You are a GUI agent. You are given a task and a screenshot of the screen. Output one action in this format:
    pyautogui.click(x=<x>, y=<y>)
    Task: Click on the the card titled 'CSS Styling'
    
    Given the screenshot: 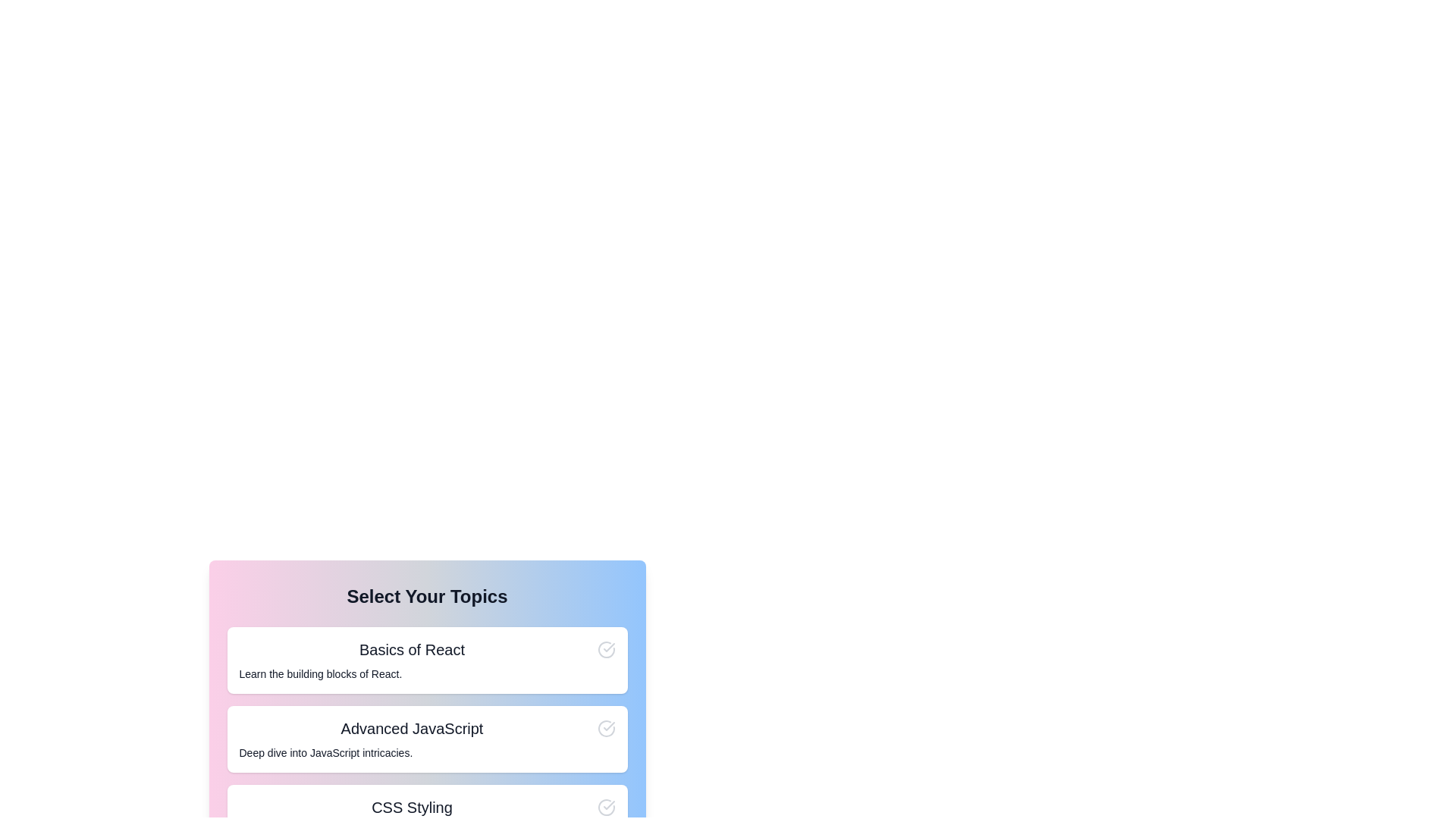 What is the action you would take?
    pyautogui.click(x=426, y=817)
    